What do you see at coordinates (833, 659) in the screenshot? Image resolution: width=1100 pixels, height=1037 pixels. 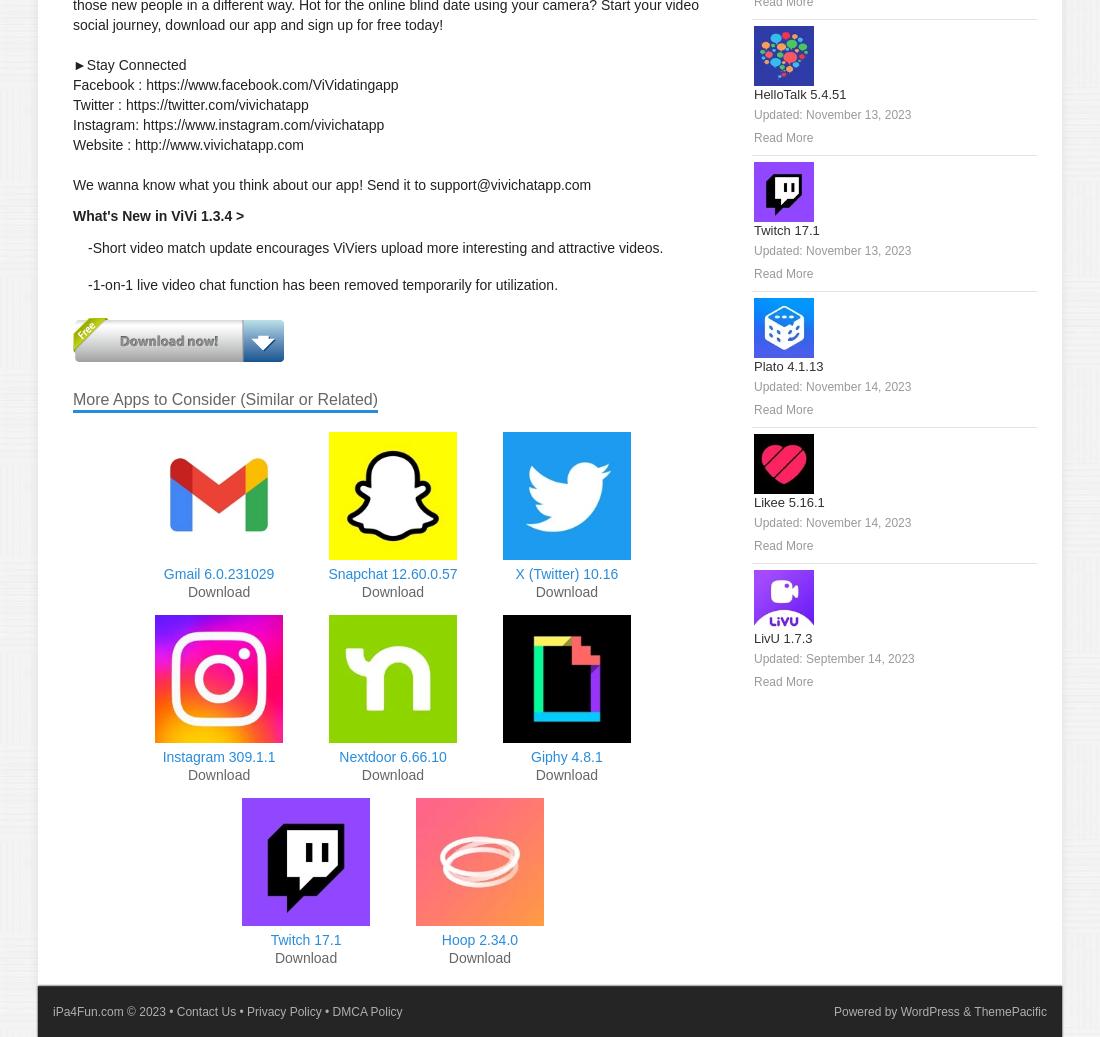 I see `'Updated: September 14, 2023'` at bounding box center [833, 659].